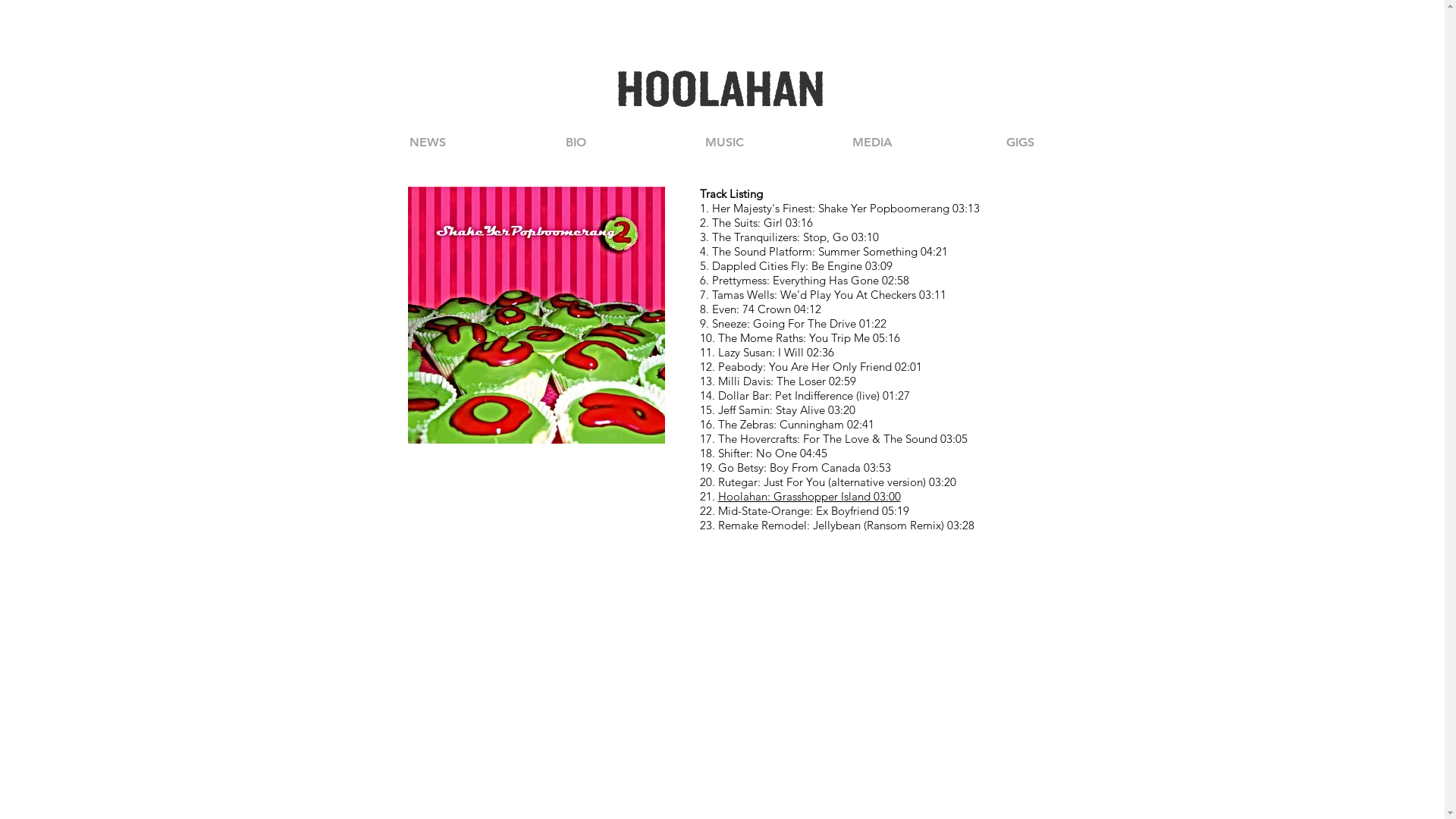  Describe the element at coordinates (425, 143) in the screenshot. I see `'NEWS'` at that location.